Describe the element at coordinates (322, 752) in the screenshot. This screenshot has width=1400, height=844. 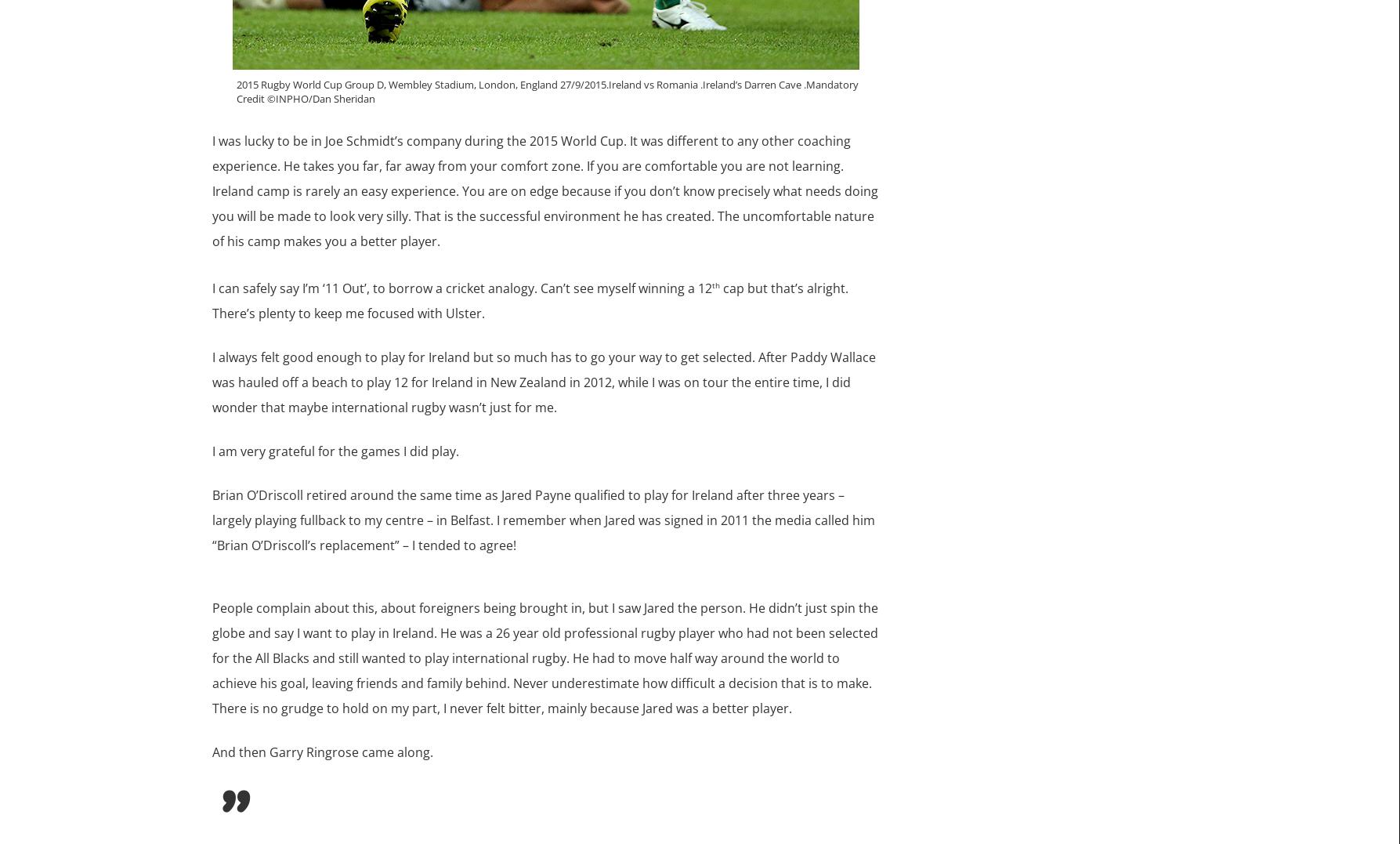
I see `'And then Garry Ringrose came along.'` at that location.